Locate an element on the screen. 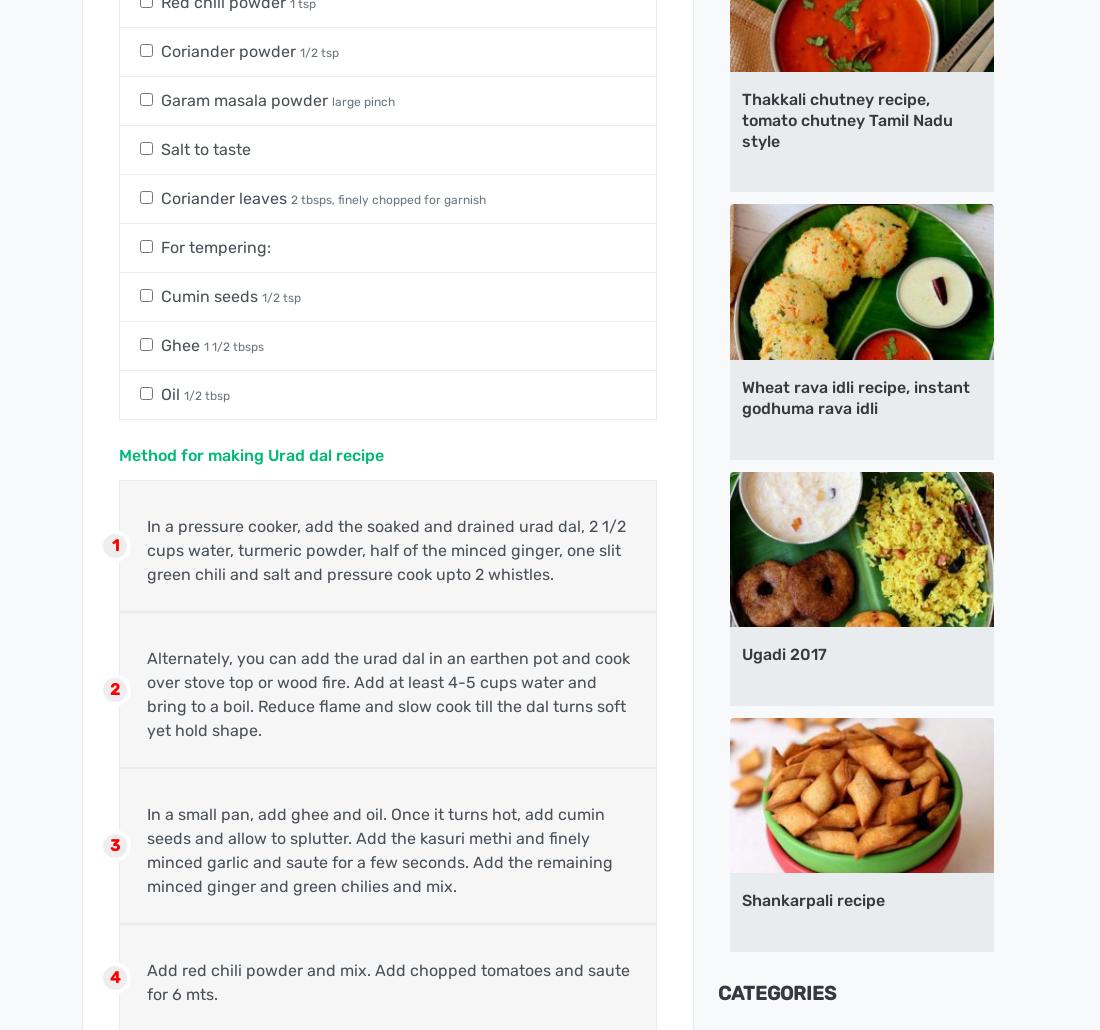  'Alternately, you can add the urad dal in an earthen pot and cook over stove top or wood fire. Add at least 4-5 cups water and bring to a boil. Reduce flame and slow cook till the dal turns soft yet hold shape.' is located at coordinates (145, 693).